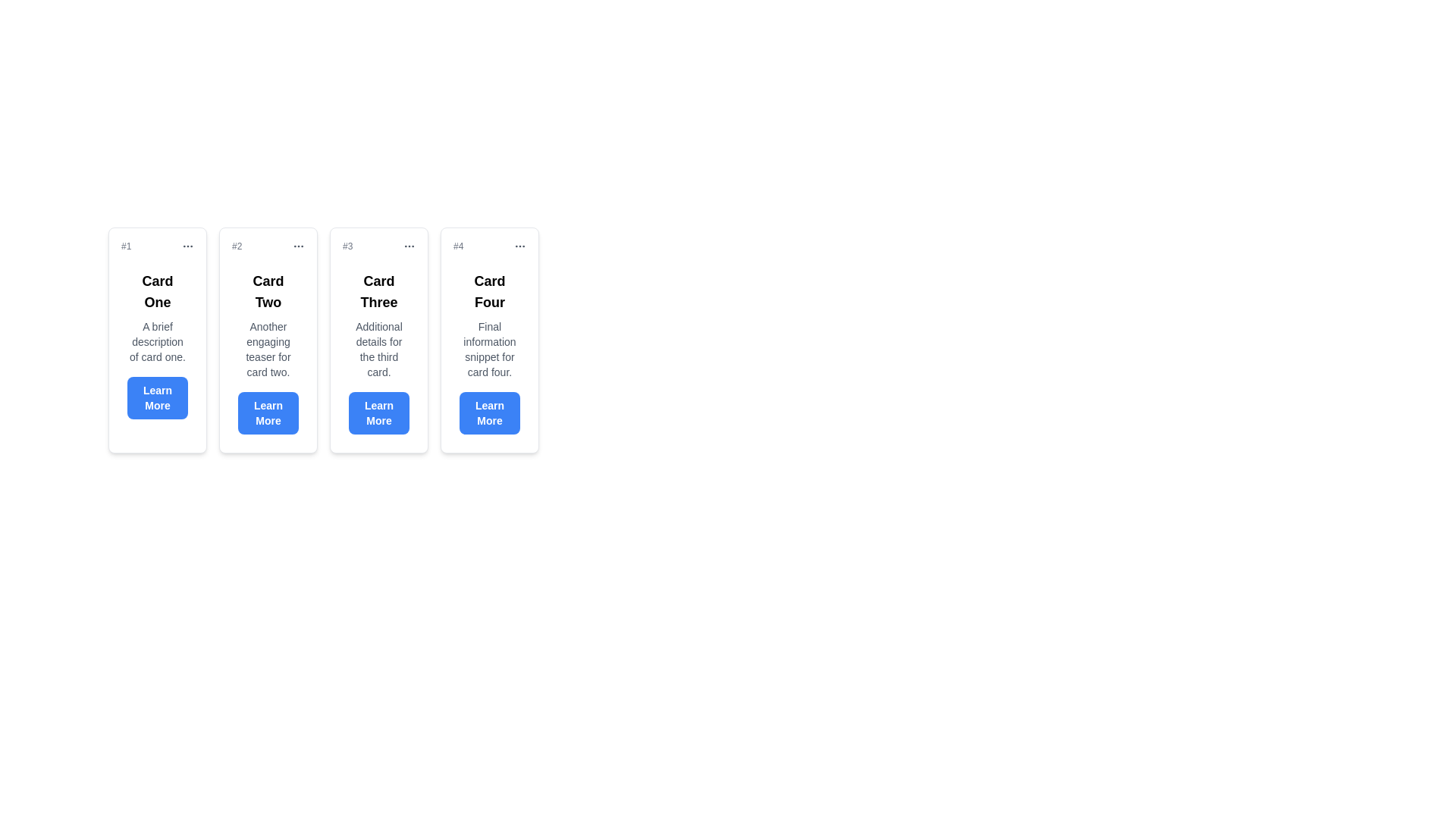  What do you see at coordinates (347, 245) in the screenshot?
I see `the text element in the top-left corner of 'Card Three'` at bounding box center [347, 245].